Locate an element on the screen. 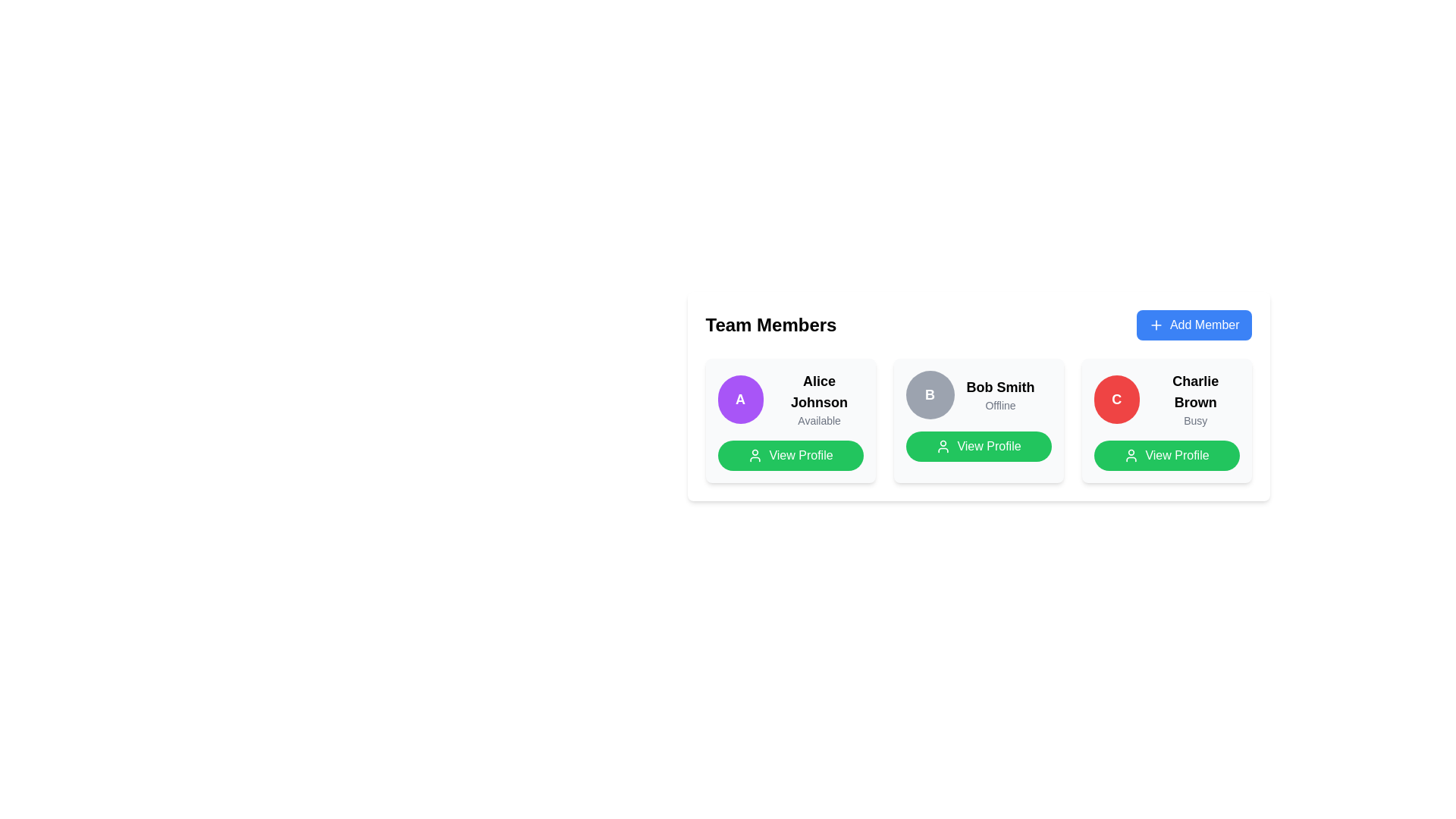 This screenshot has width=1456, height=819. the plus sign icon located inside the 'Add Member' button, which has a blue background and white text, positioned at the top-right corner of the interface is located at coordinates (1155, 324).